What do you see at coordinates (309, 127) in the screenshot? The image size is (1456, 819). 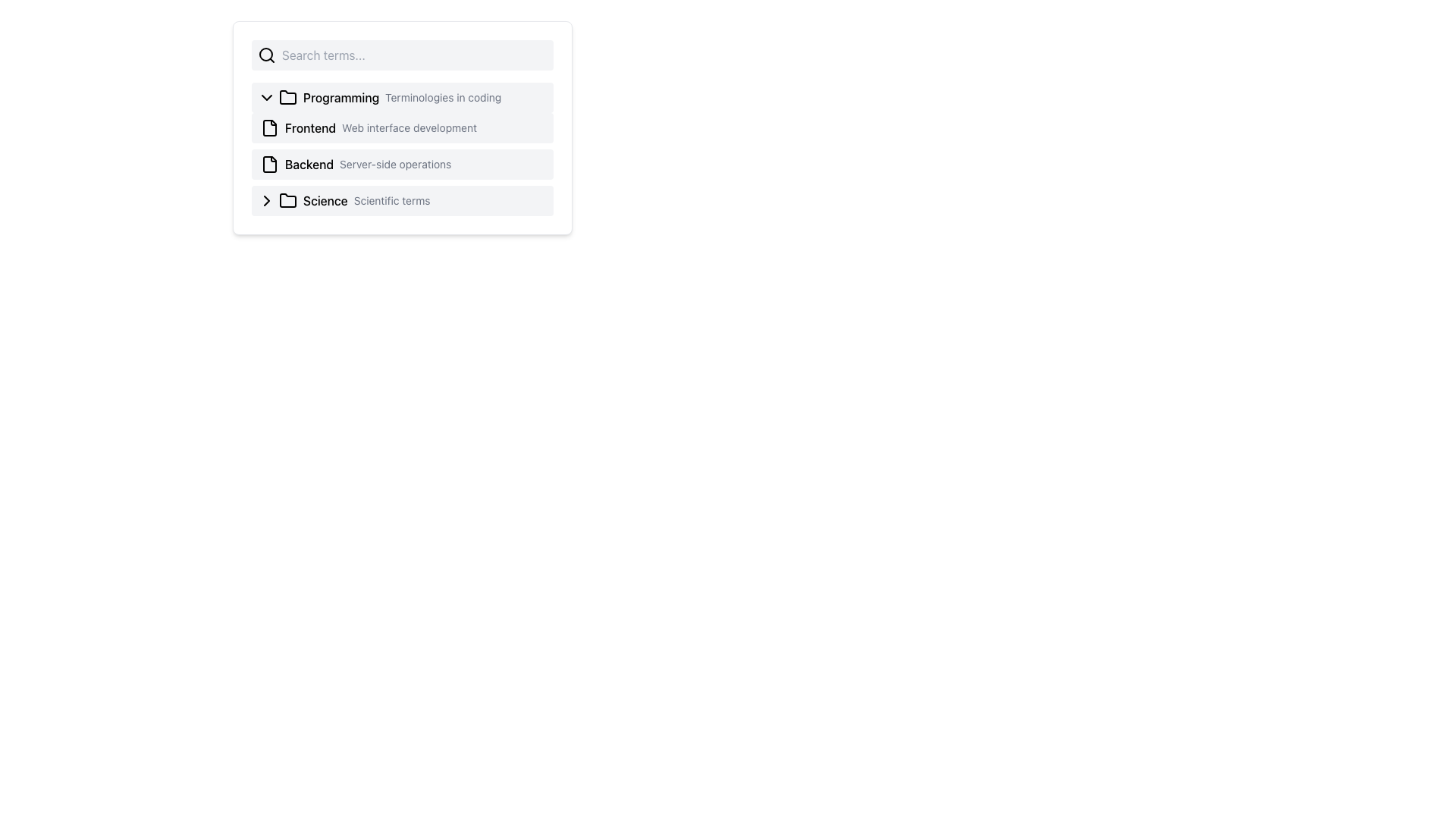 I see `information from the 'Frontend' text label which identifies the category in the user interface, located to the right of an icon and before the text 'Web interface development'` at bounding box center [309, 127].